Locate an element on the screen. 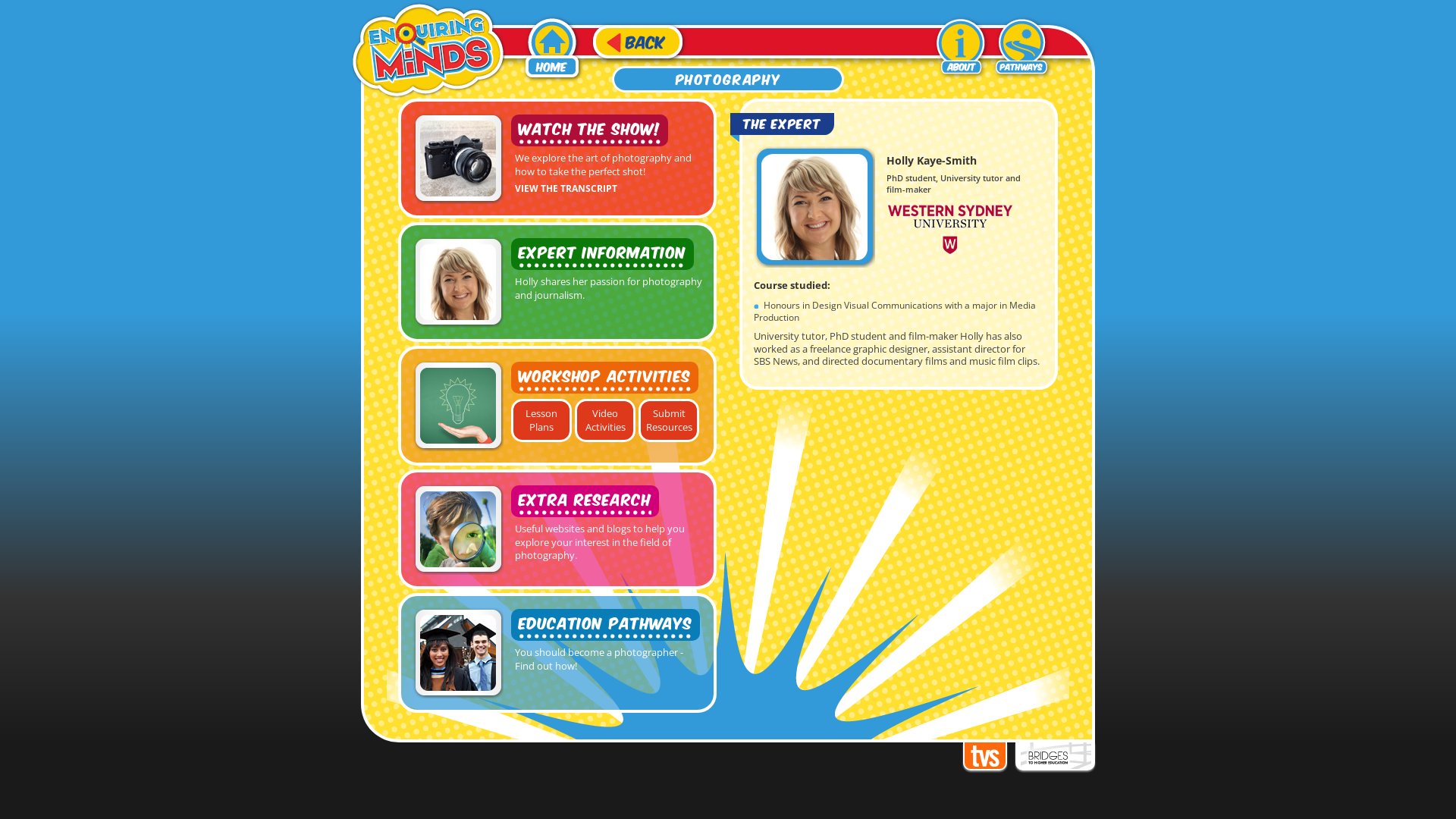 The image size is (1456, 819). 'photography-100x100' is located at coordinates (457, 158).